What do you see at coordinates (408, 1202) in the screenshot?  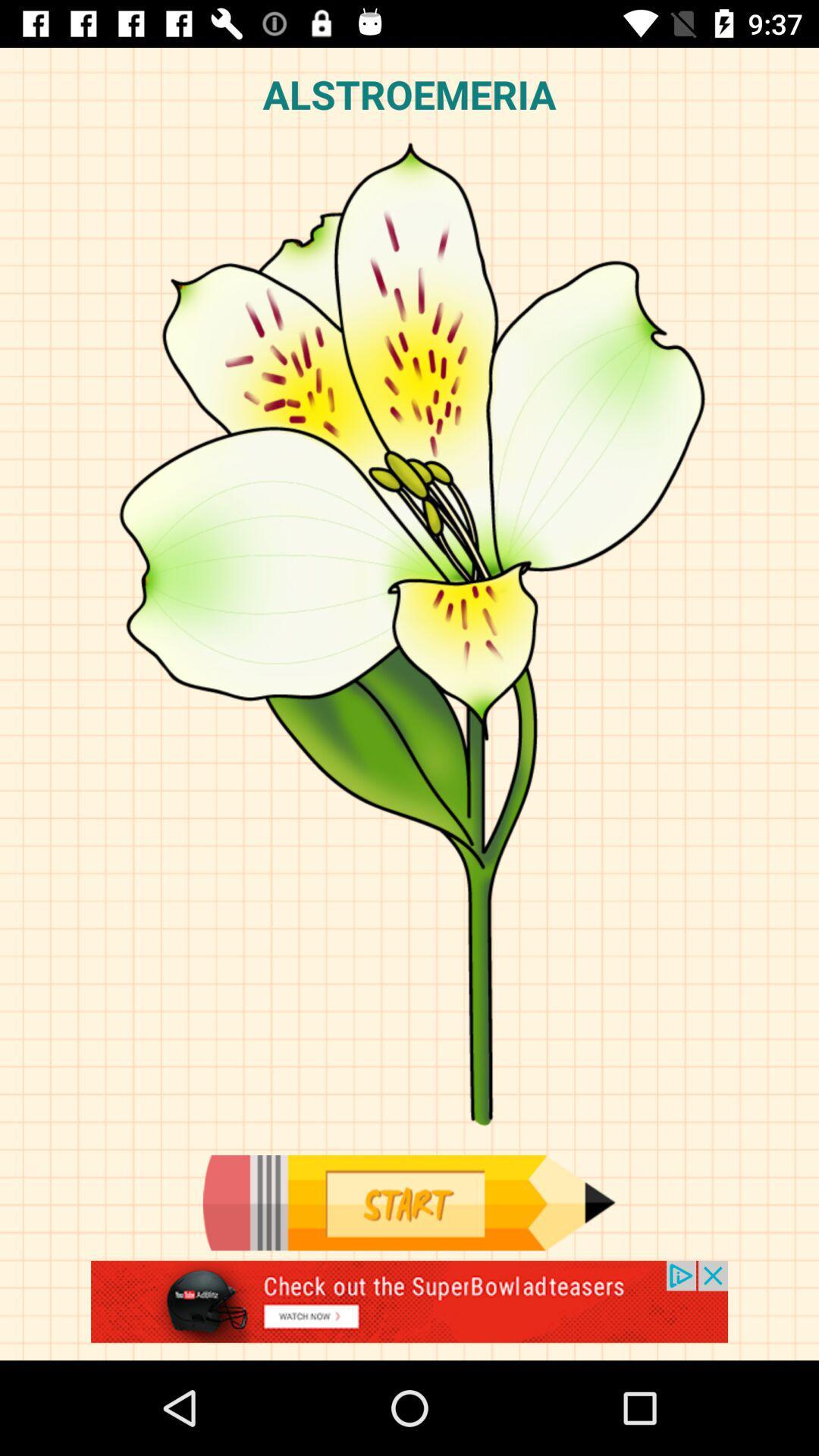 I see `goes to next page` at bounding box center [408, 1202].